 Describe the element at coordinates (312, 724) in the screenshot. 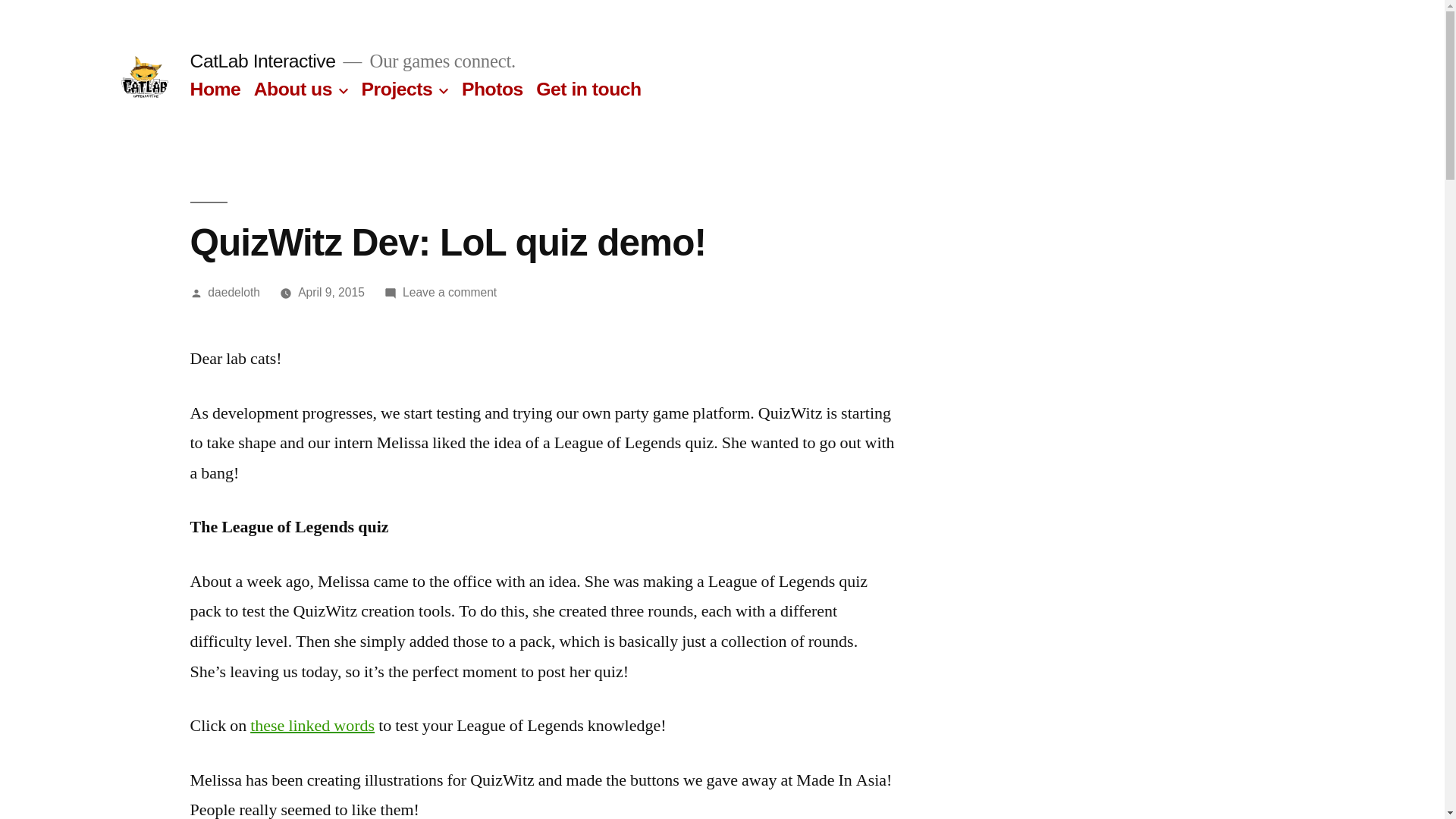

I see `'these linked words'` at that location.